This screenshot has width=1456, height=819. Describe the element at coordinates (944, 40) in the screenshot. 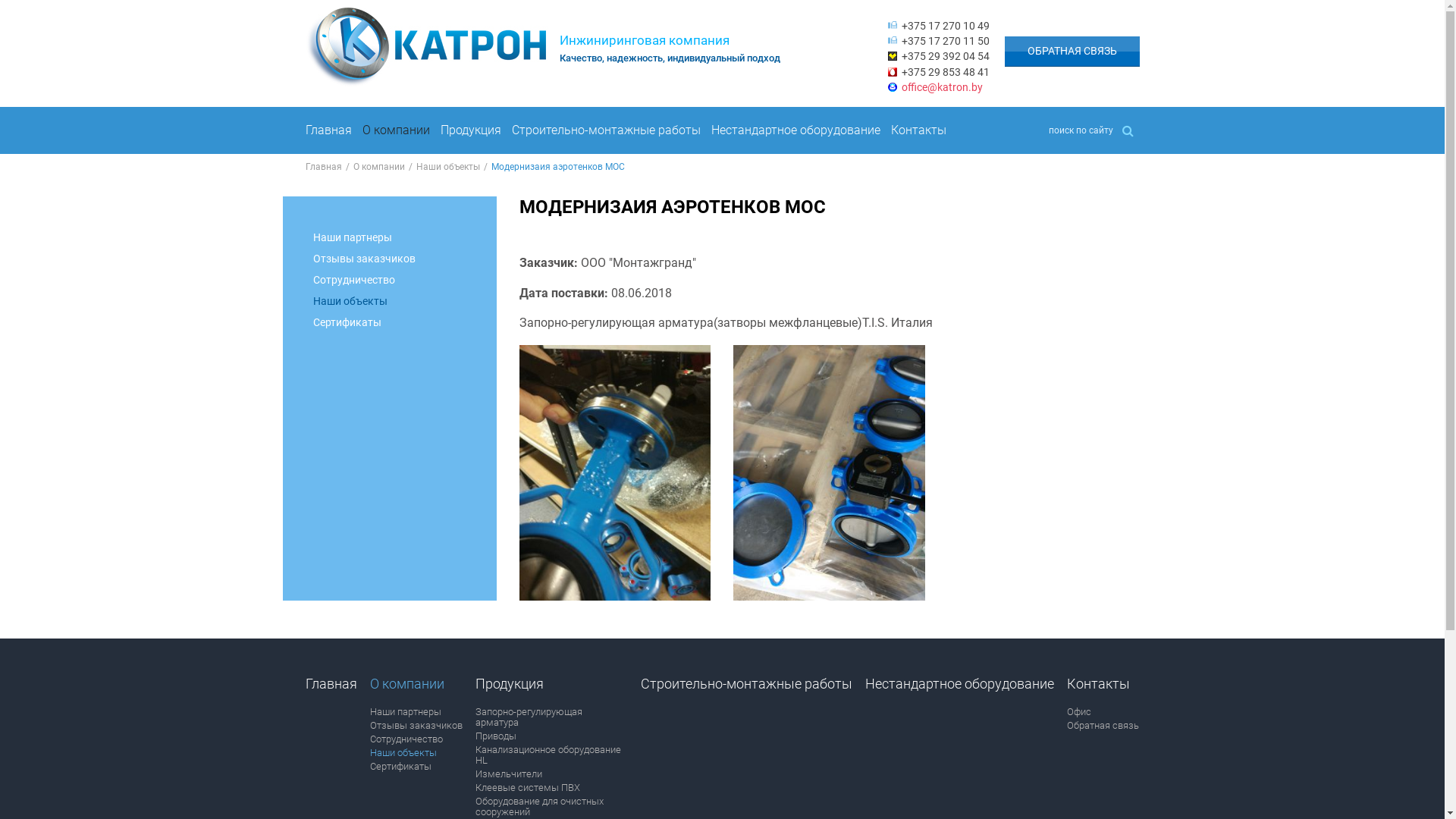

I see `'+375 17 270 11 50'` at that location.